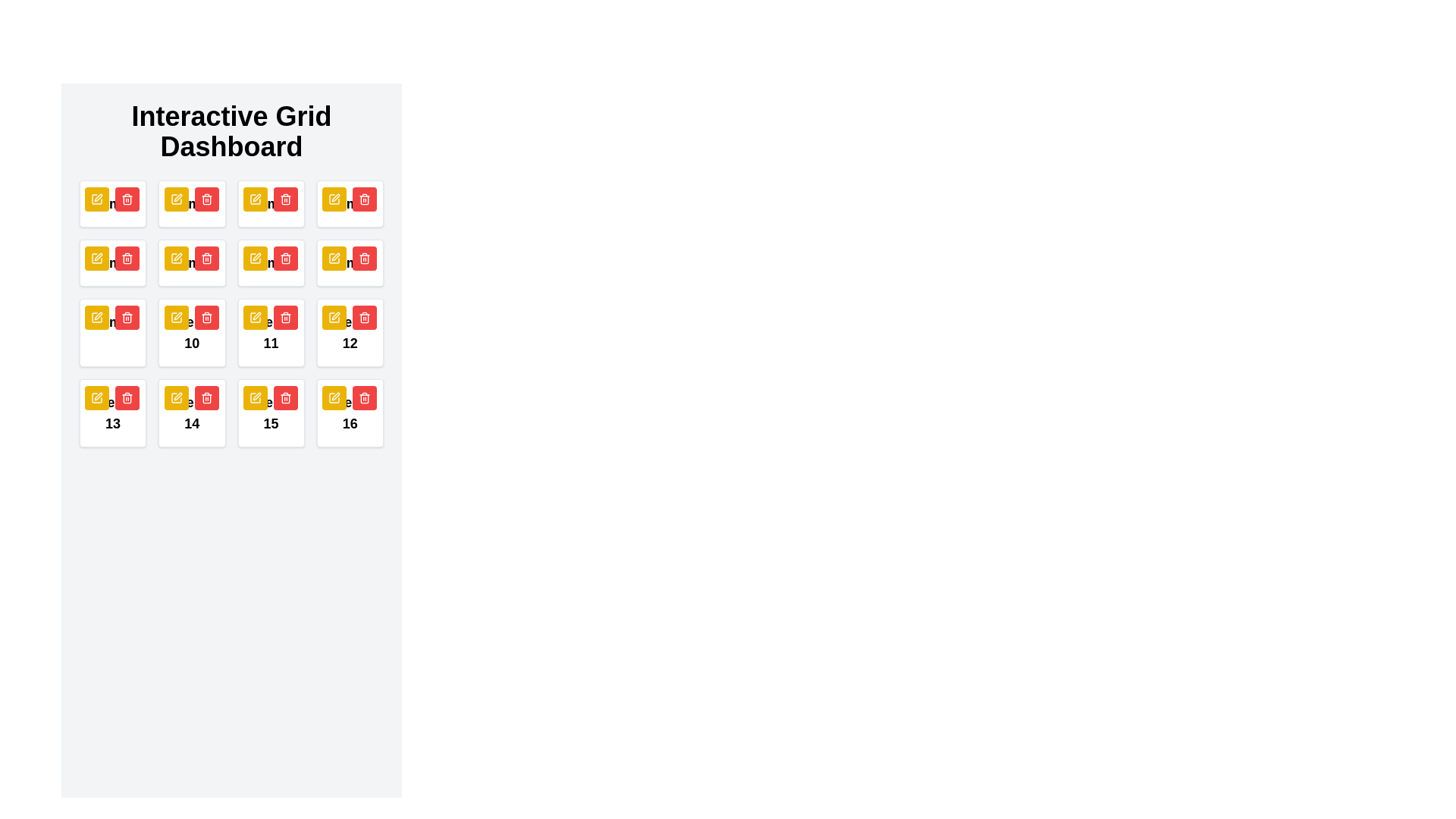  What do you see at coordinates (270, 257) in the screenshot?
I see `the grouped buttons with icons in the top-right corner of the card labeled 'Item 7'` at bounding box center [270, 257].